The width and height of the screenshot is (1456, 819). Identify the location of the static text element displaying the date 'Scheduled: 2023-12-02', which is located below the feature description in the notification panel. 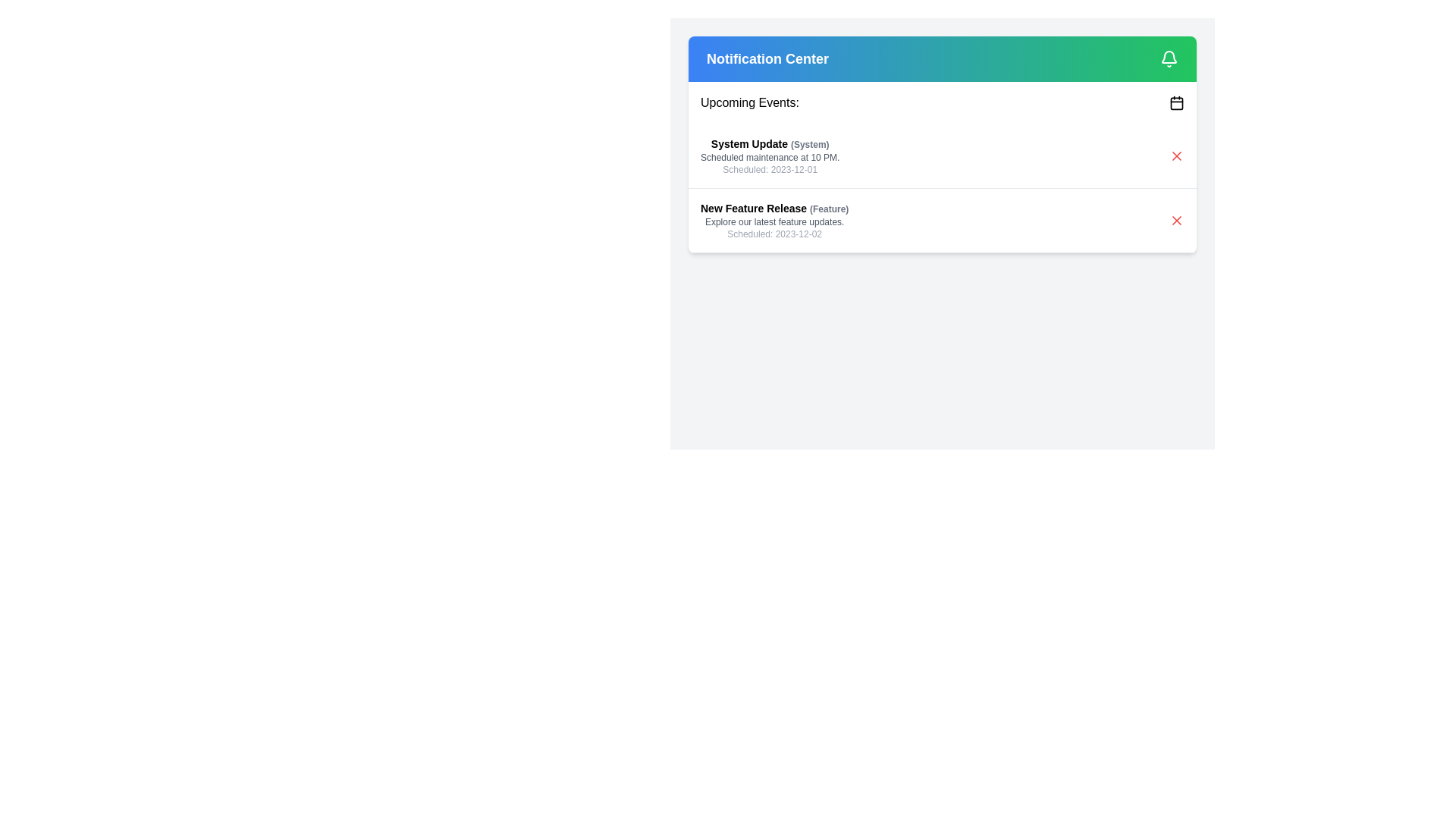
(774, 234).